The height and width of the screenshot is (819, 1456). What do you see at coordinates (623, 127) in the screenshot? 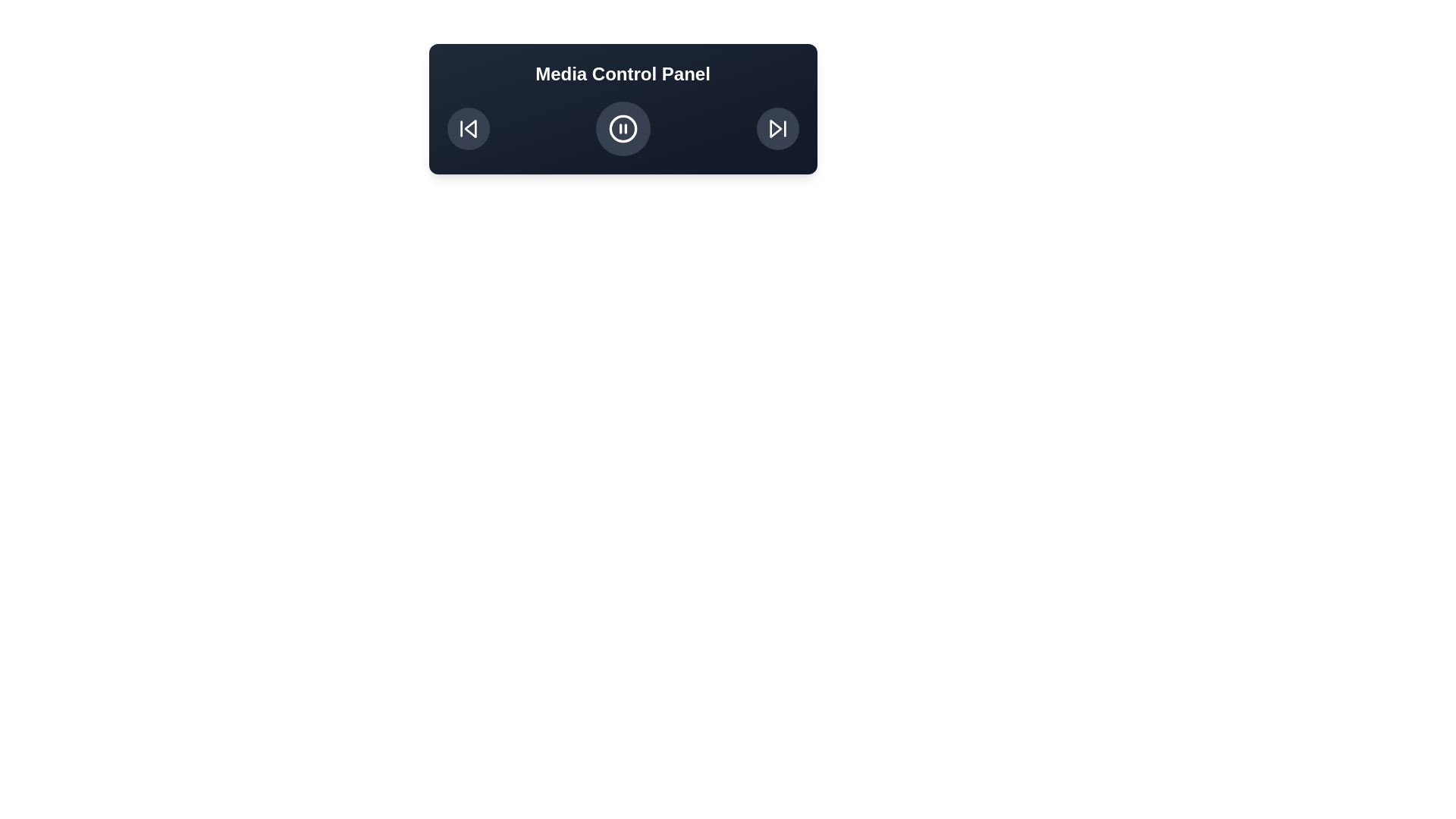
I see `the pause button located centrally within the media control panel` at bounding box center [623, 127].